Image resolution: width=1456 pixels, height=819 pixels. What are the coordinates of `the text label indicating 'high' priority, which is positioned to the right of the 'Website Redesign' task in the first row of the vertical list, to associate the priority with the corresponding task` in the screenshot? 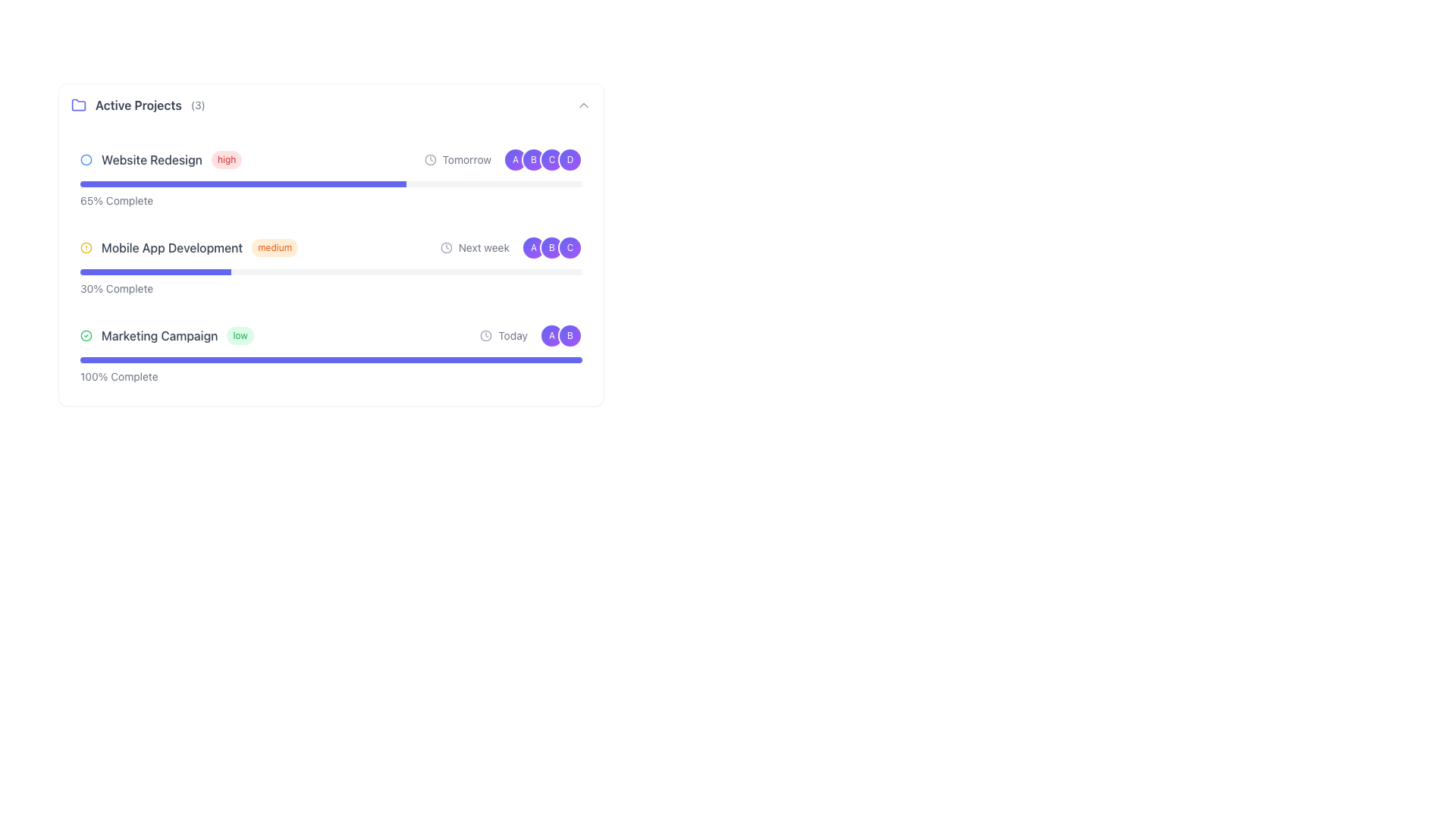 It's located at (226, 160).